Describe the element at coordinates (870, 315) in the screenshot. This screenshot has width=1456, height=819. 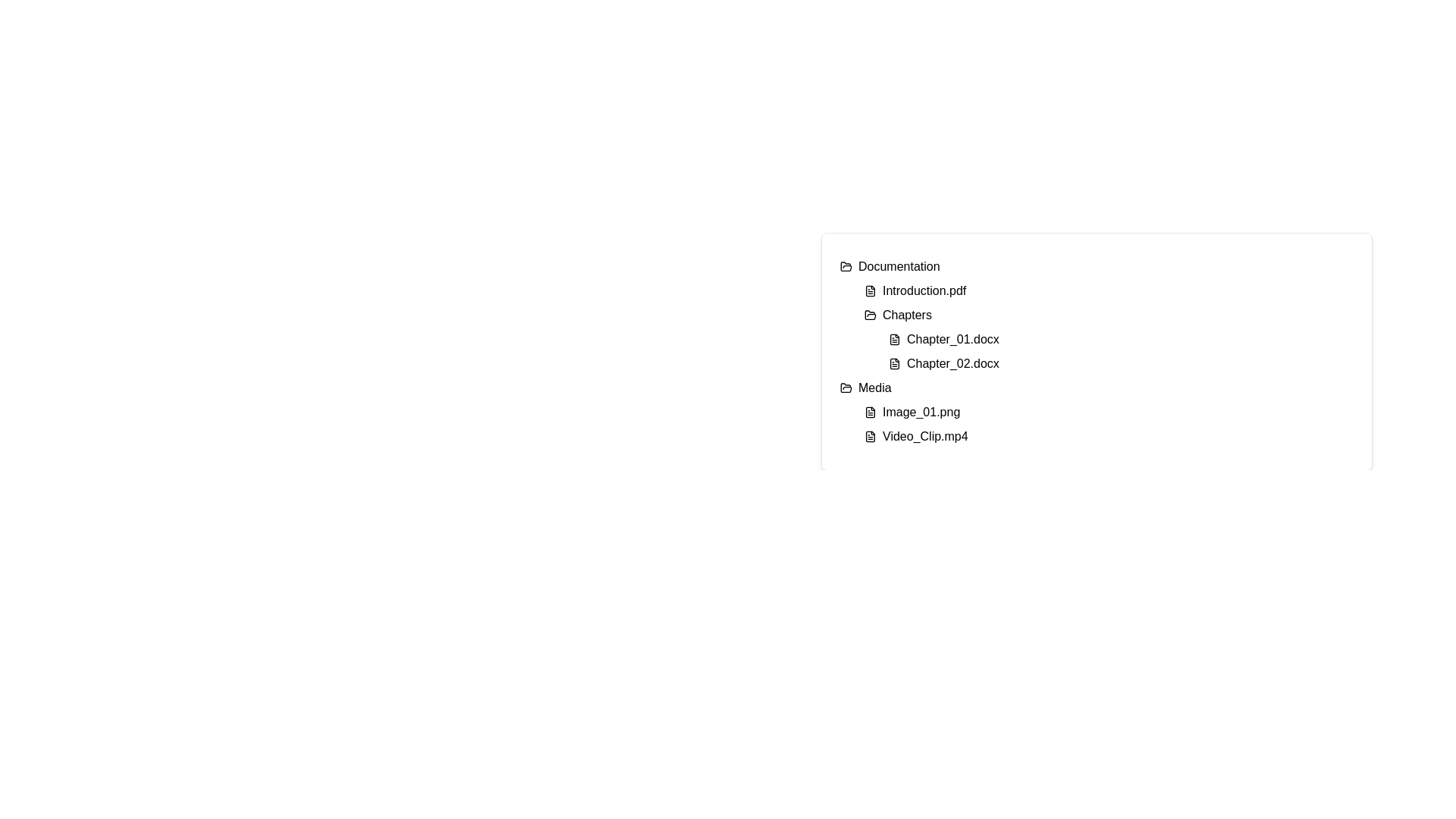
I see `the folder icon representing the 'Chapters' directory, located near the top-left of the content area next to the text 'Chapters'` at that location.